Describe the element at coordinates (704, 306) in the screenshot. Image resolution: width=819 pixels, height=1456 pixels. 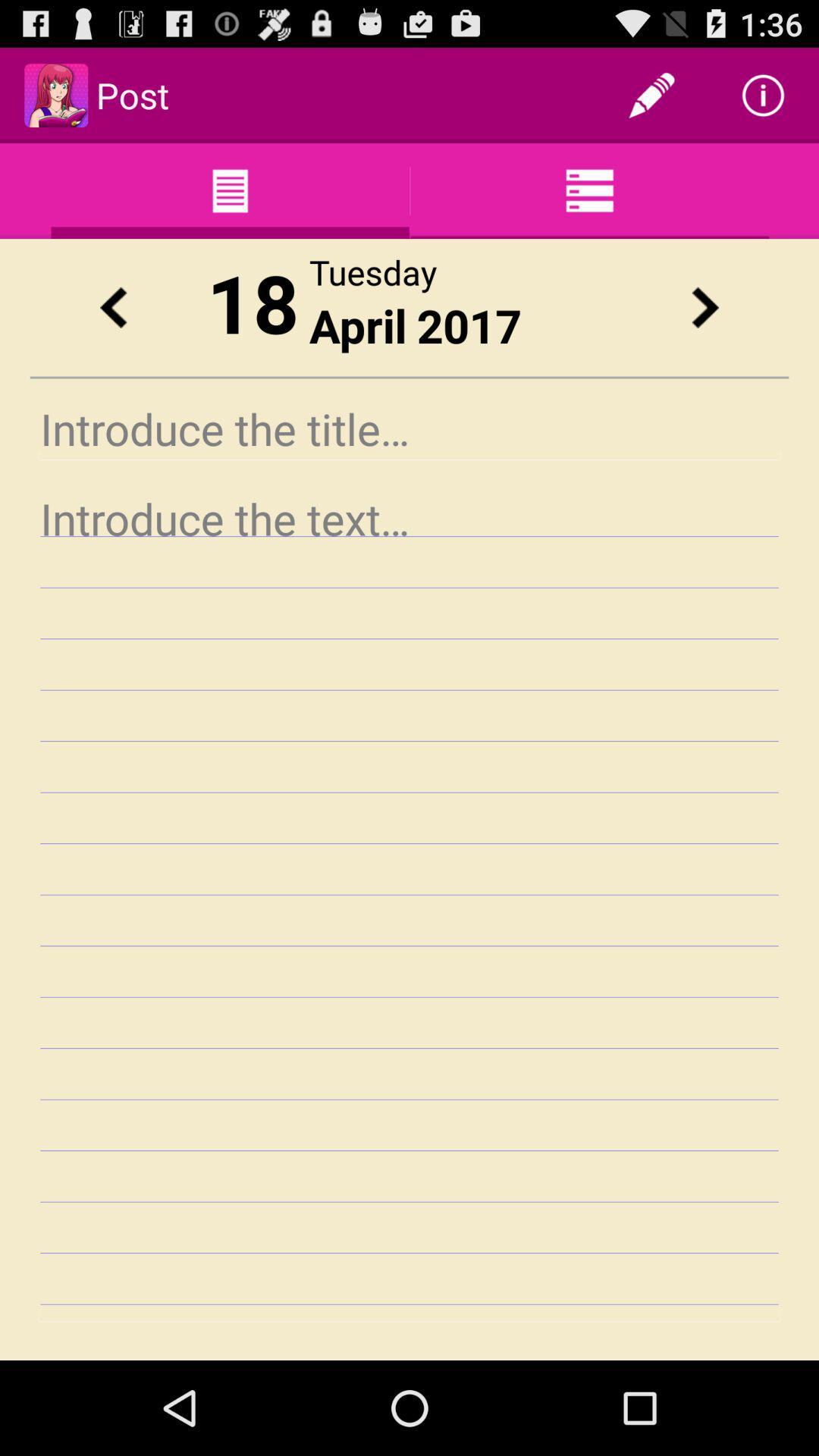
I see `next day` at that location.